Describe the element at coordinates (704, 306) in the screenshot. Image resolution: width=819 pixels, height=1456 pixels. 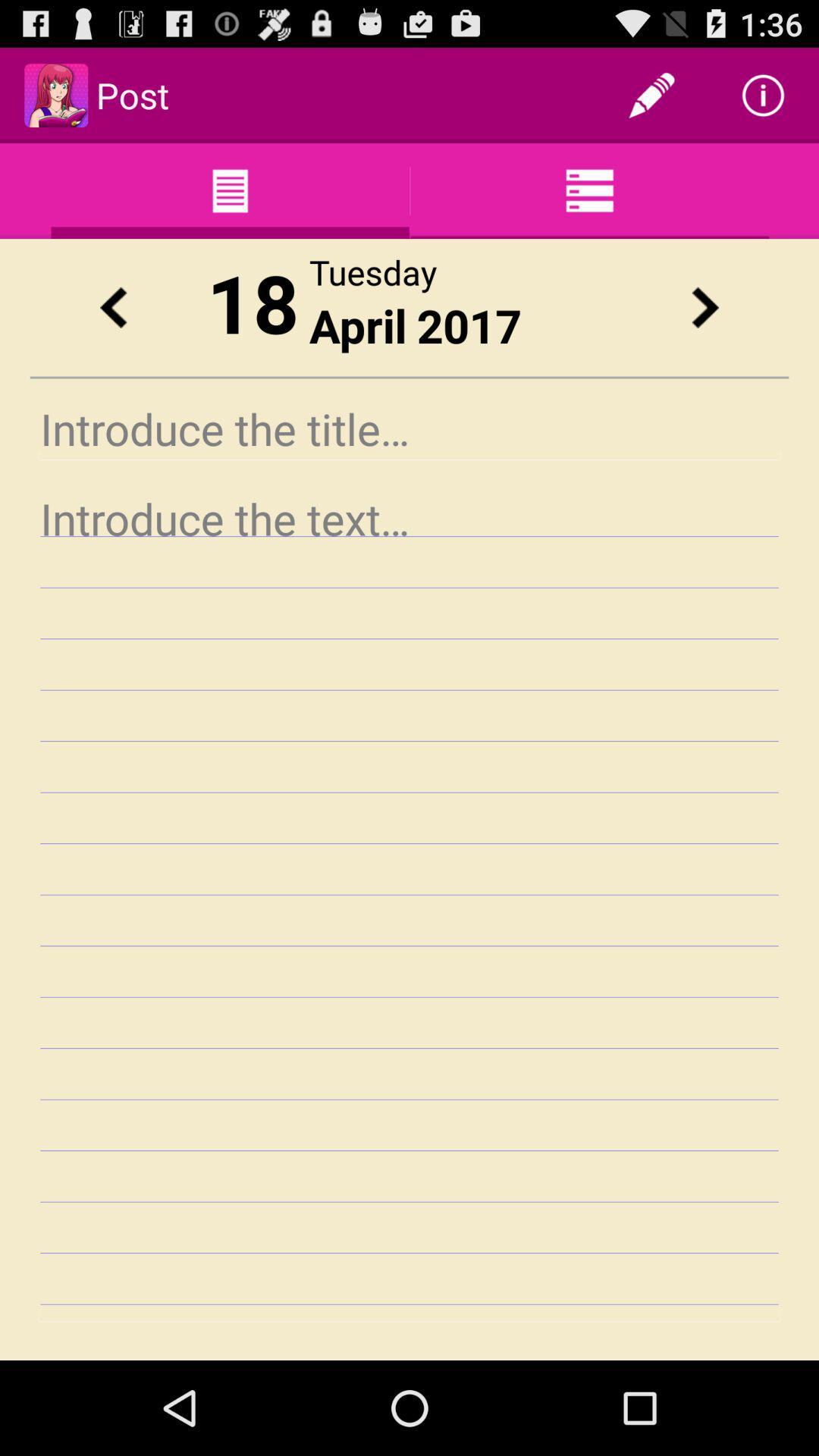
I see `next day` at that location.